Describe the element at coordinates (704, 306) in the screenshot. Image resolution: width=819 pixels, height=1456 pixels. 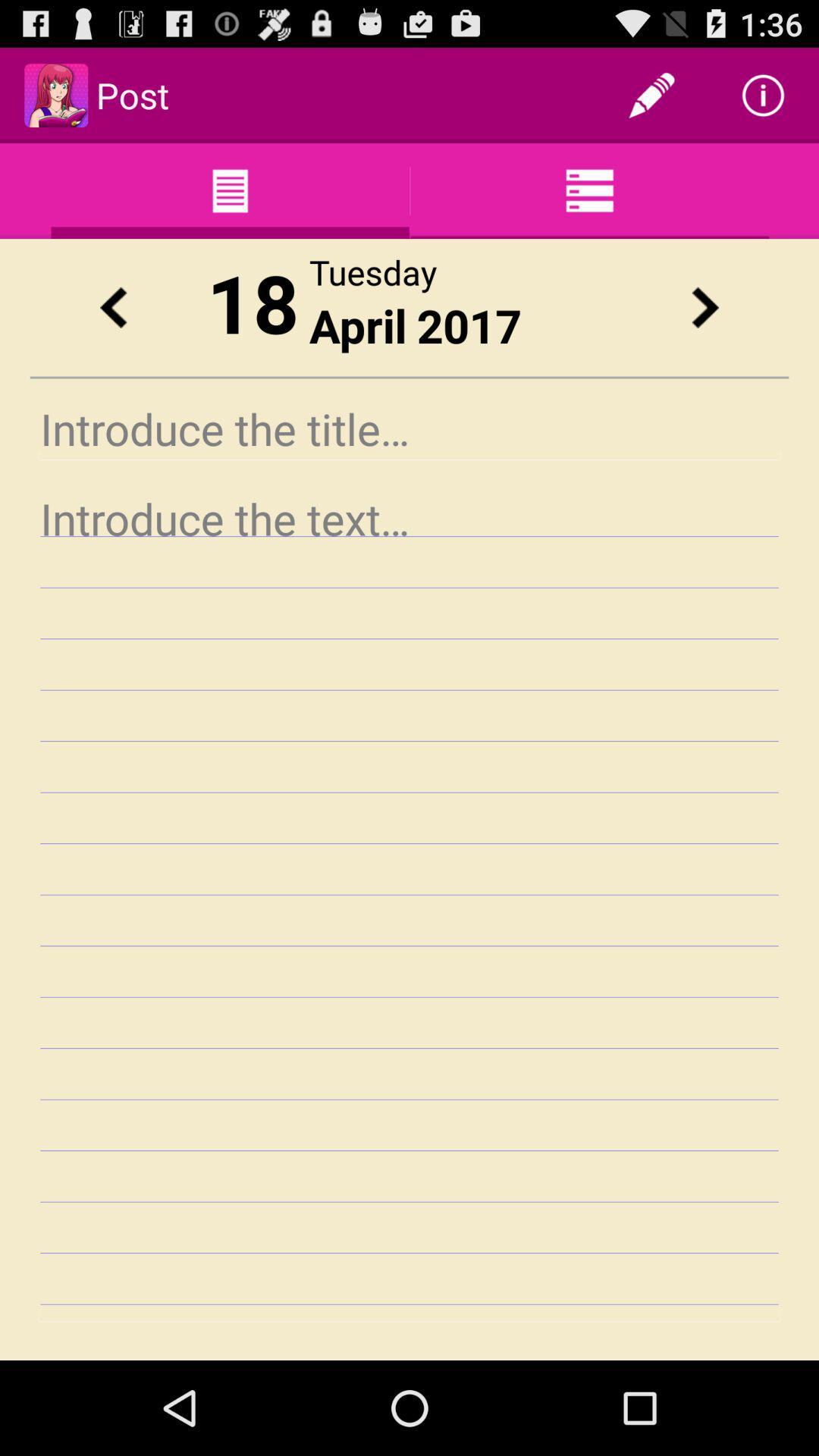
I see `next day` at that location.